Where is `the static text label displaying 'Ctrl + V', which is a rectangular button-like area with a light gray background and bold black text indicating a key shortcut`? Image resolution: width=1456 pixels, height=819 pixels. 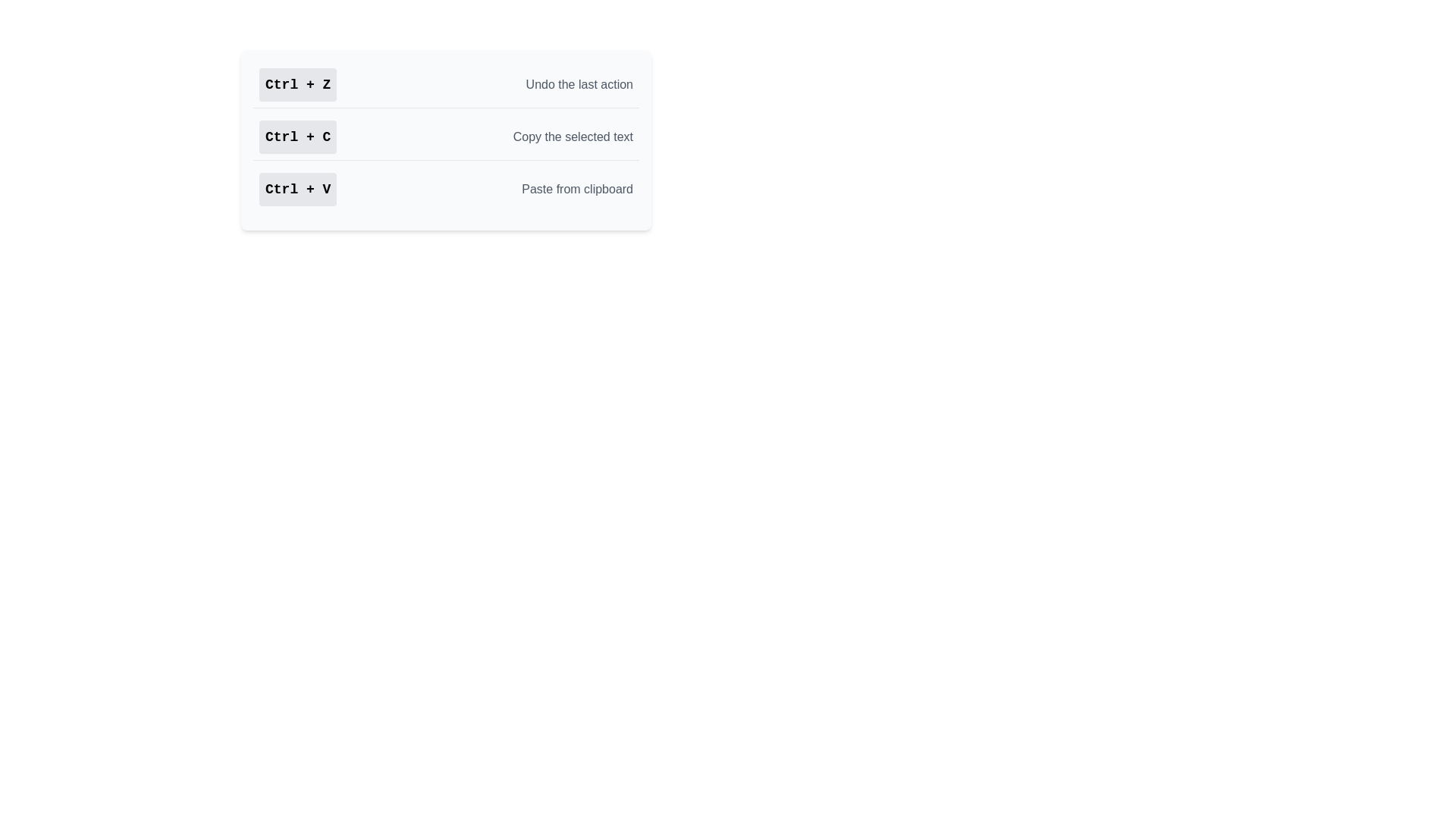
the static text label displaying 'Ctrl + V', which is a rectangular button-like area with a light gray background and bold black text indicating a key shortcut is located at coordinates (298, 189).